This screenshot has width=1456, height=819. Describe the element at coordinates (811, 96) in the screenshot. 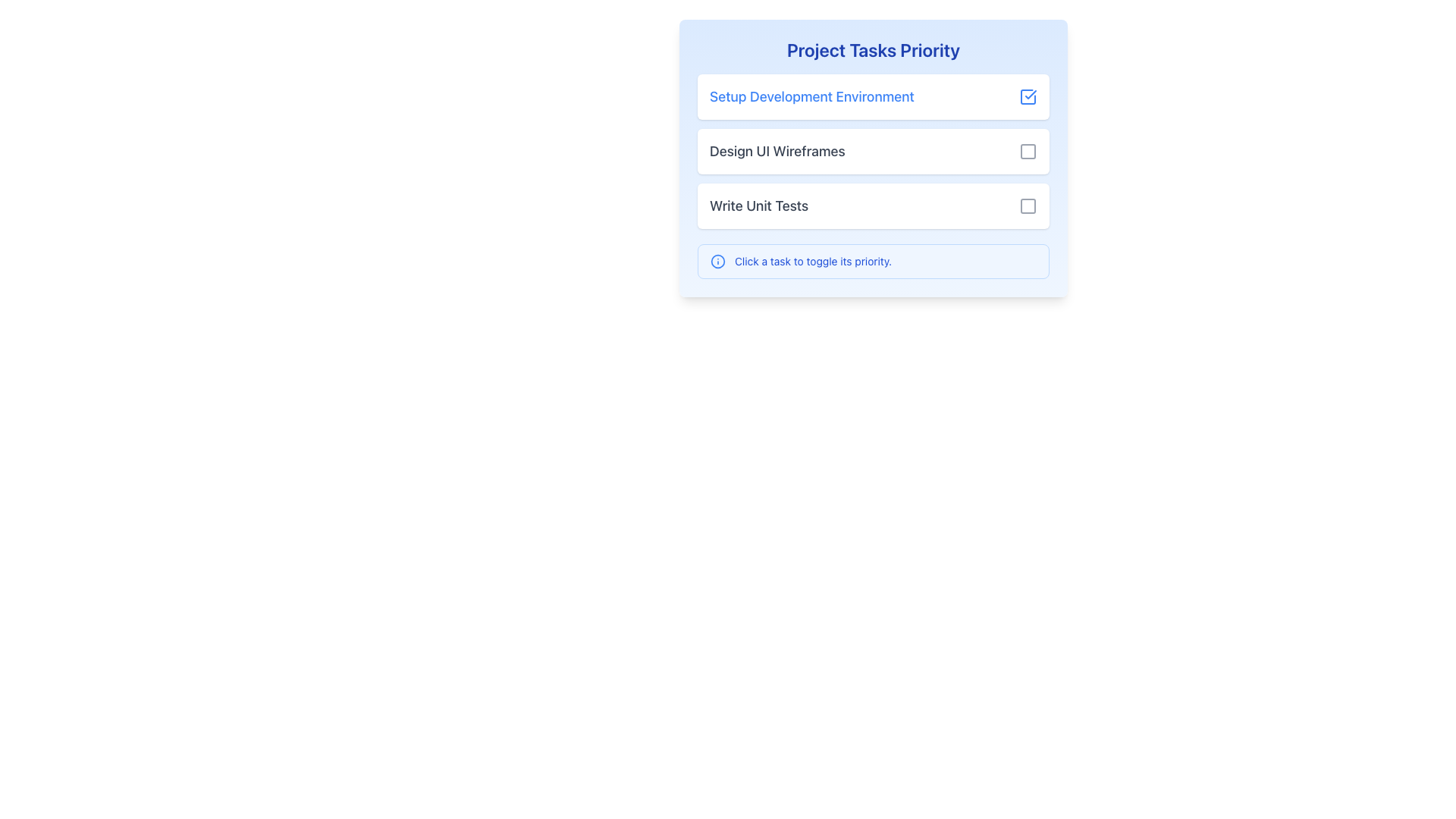

I see `the blue-colored text label reading 'Setup Development Environment', which is prominently placed at the top of the 'Project Tasks Priority' card, positioned to the left of a blue check icon` at that location.